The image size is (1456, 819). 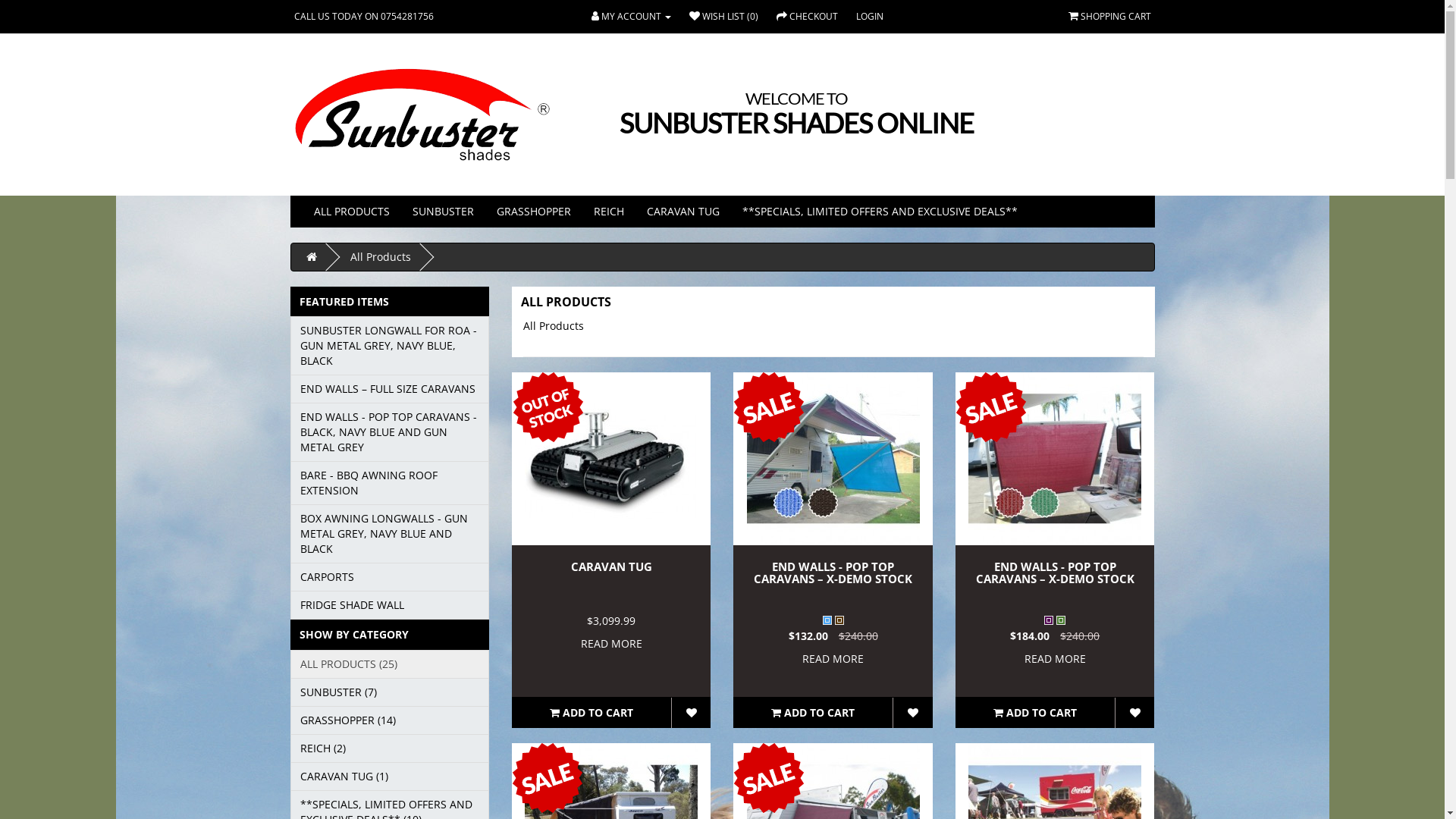 What do you see at coordinates (364, 16) in the screenshot?
I see `'CALL US TODAY ON 0754281756'` at bounding box center [364, 16].